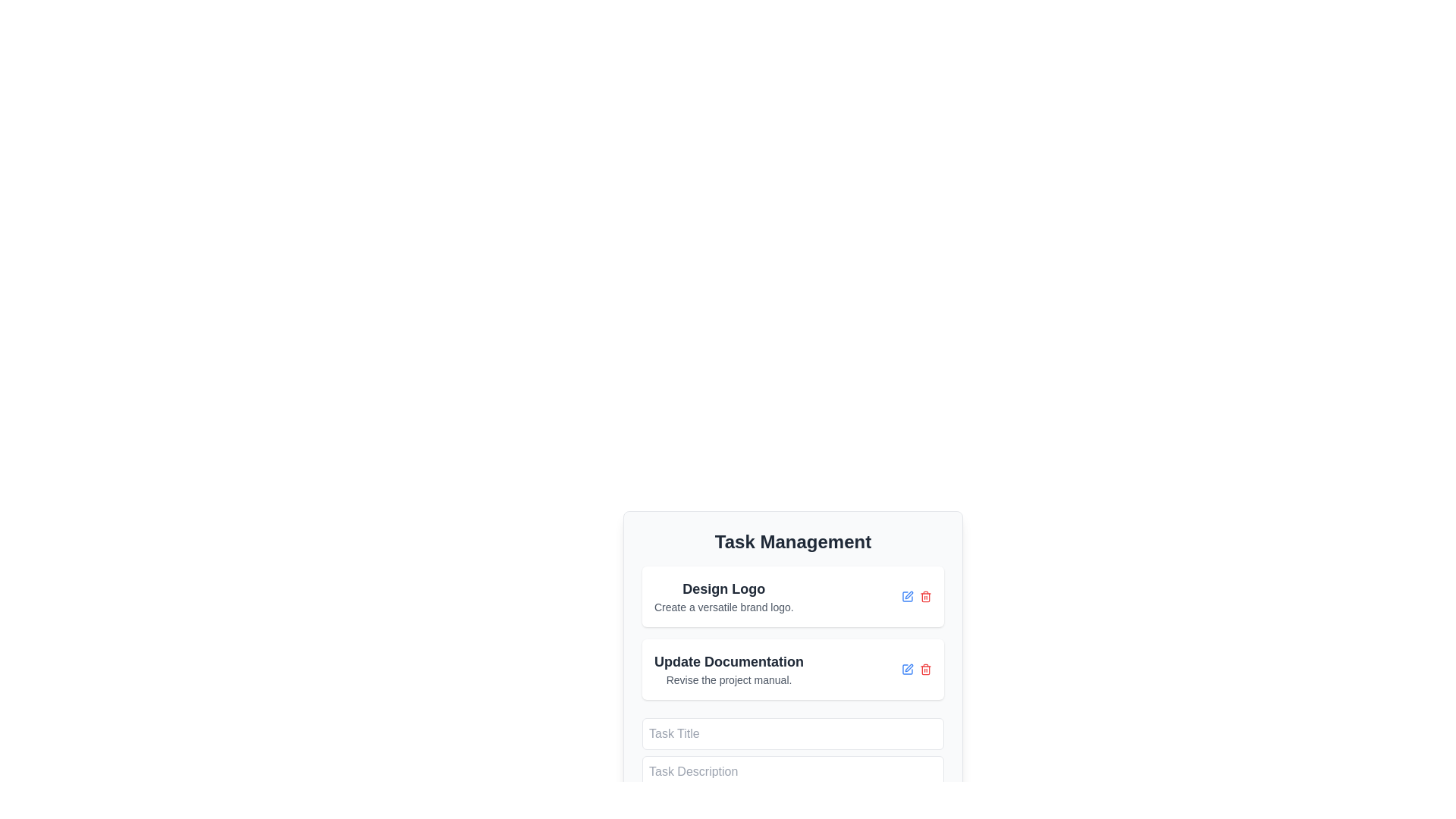 The height and width of the screenshot is (819, 1456). I want to click on text label displaying 'Update Documentation', which is prominently styled in bold and dark color within the task management interface, so click(729, 661).